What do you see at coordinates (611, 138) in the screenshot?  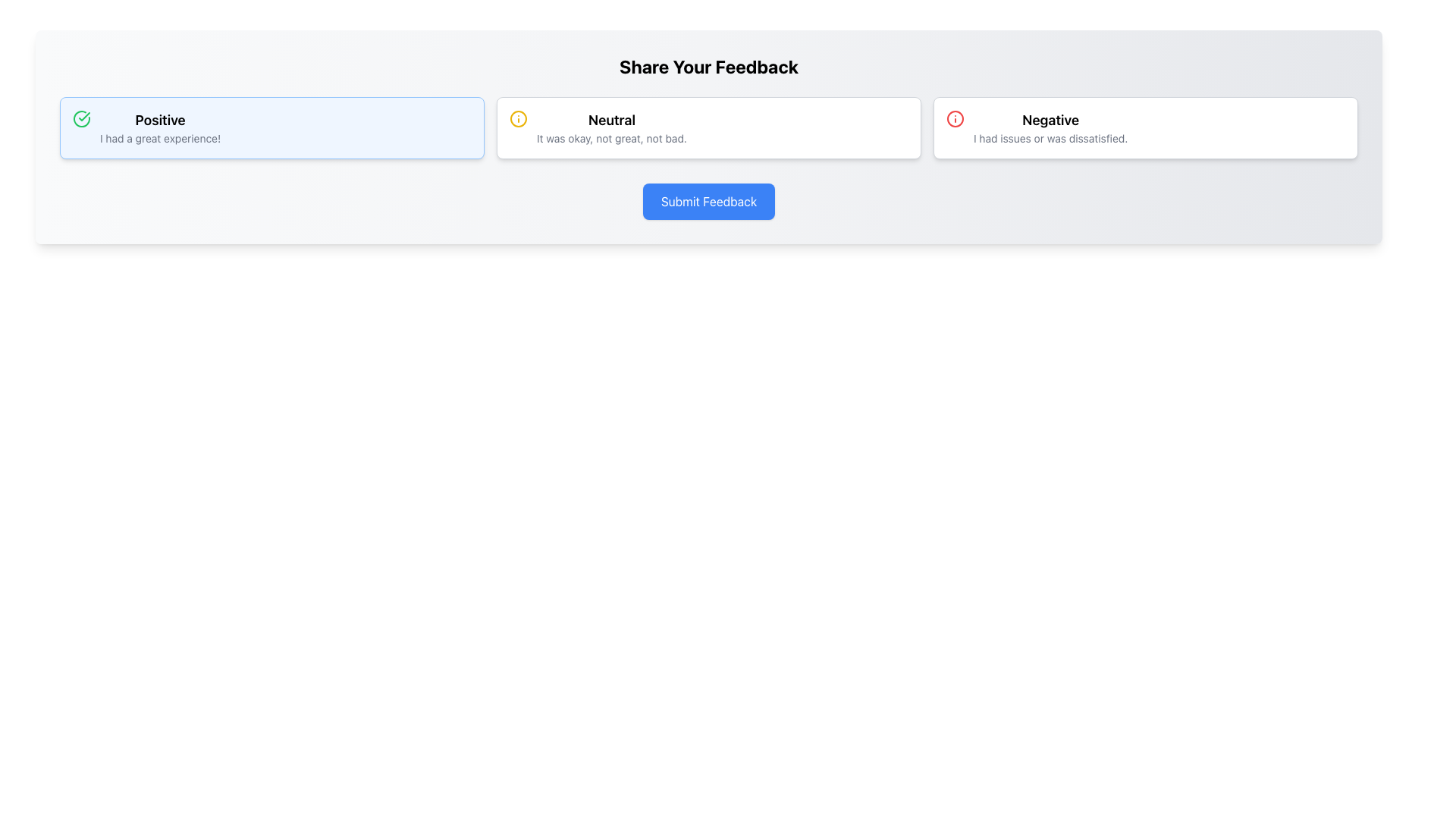 I see `the description label for the 'Neutral' feedback option, which is centrally aligned below the word 'Neutral' in the feedback card` at bounding box center [611, 138].